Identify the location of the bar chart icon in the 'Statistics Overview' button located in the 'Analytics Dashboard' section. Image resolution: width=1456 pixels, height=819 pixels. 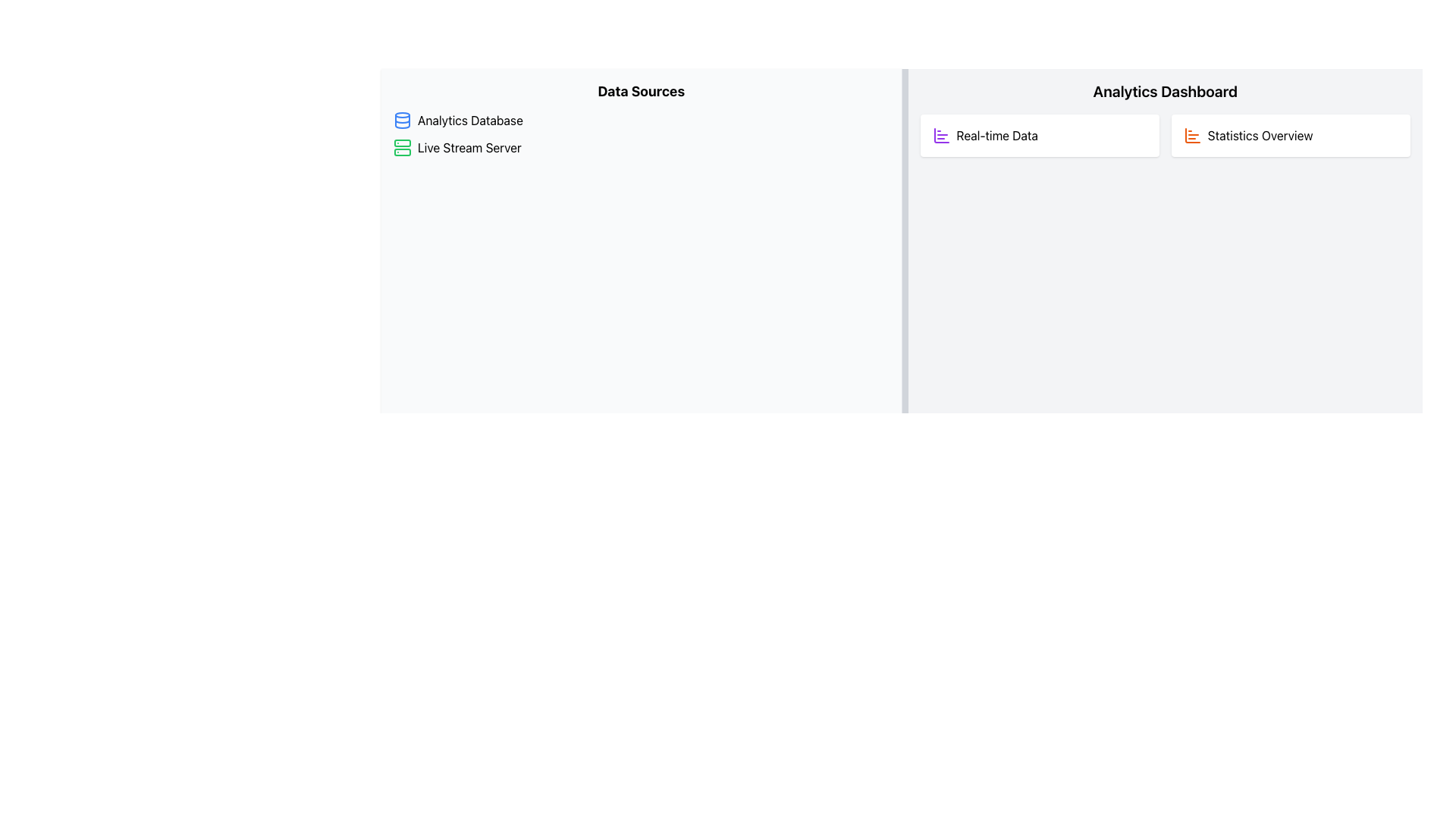
(1191, 134).